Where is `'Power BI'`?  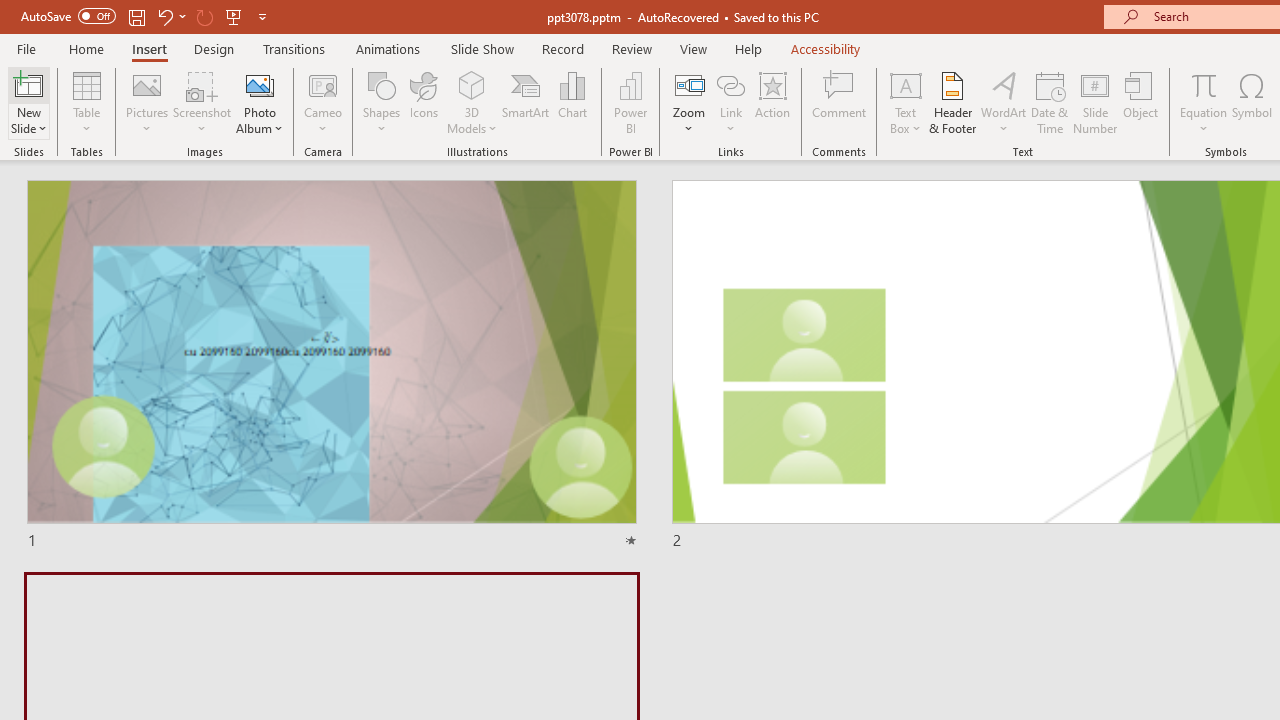 'Power BI' is located at coordinates (630, 103).